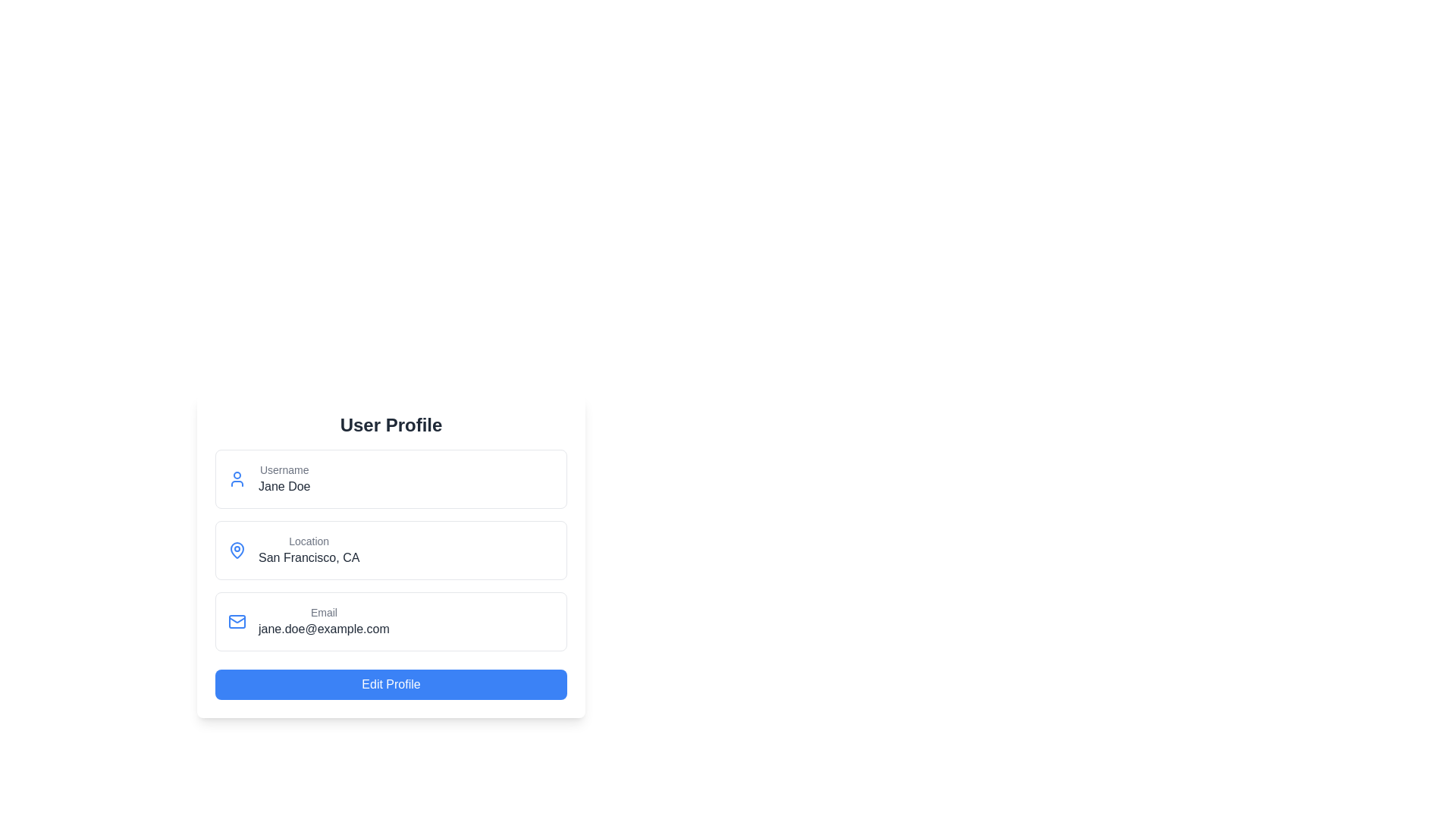 The height and width of the screenshot is (819, 1456). I want to click on the email icon adjacent to 'jane.doe@example.com' in the email section of the profile interface, so click(236, 622).